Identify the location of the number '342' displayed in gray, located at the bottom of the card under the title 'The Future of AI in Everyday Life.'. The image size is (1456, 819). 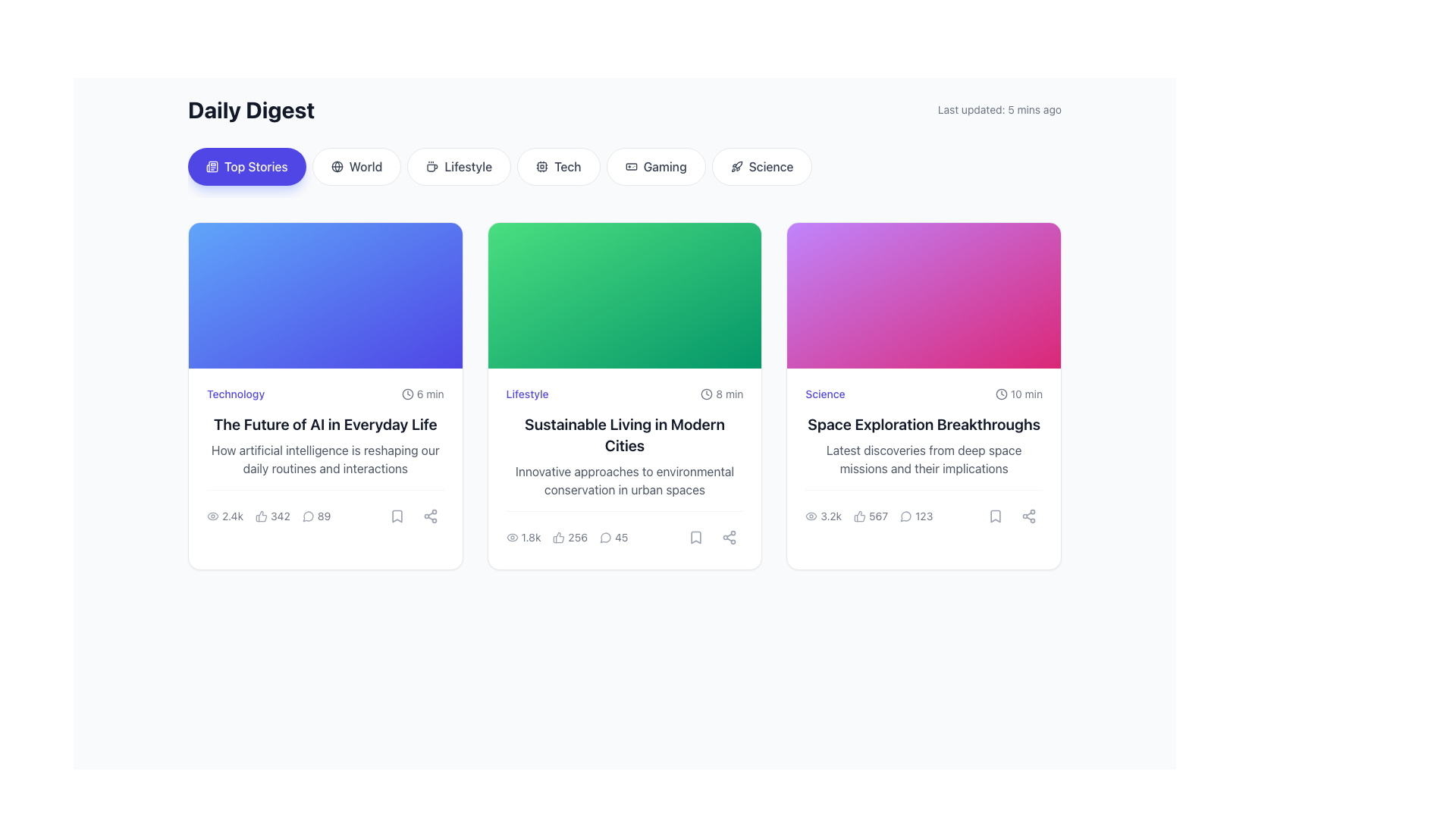
(280, 516).